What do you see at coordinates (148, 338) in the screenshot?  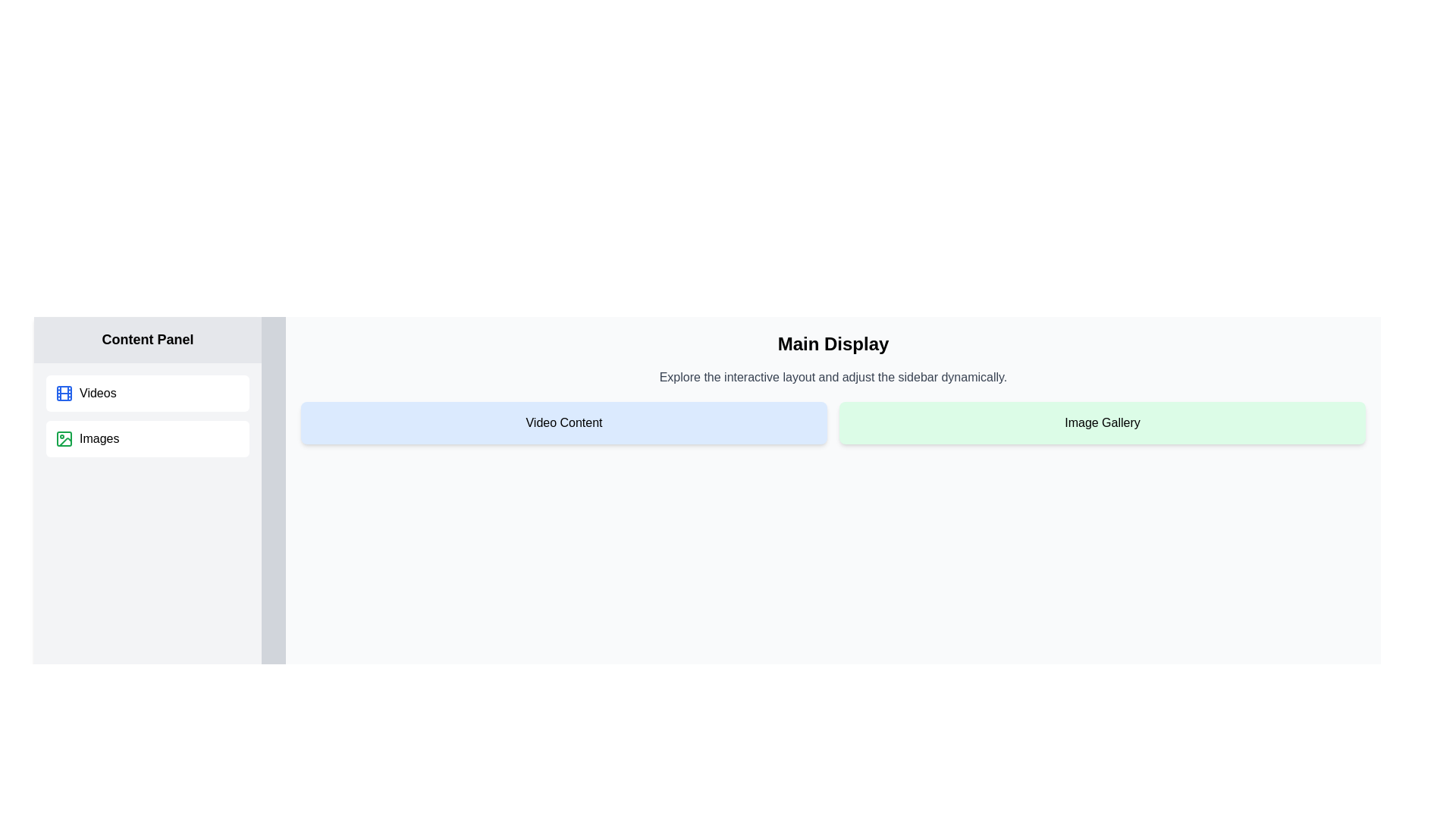 I see `the section header text label in the top section of the left navigation panel, which is located above the 'Videos' and 'Images' icons` at bounding box center [148, 338].